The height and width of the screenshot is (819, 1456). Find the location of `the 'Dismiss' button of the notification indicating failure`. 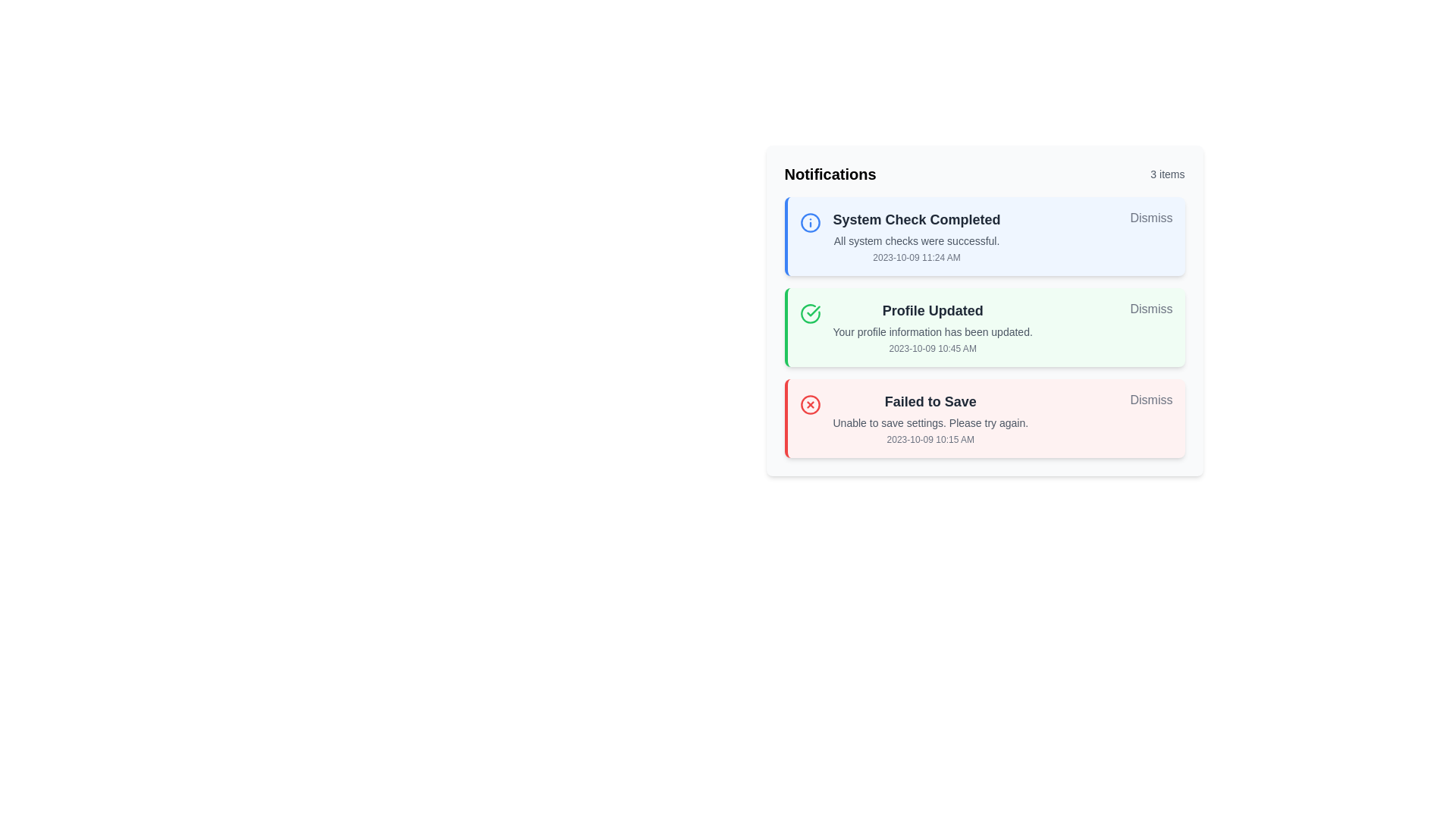

the 'Dismiss' button of the notification indicating failure is located at coordinates (984, 418).